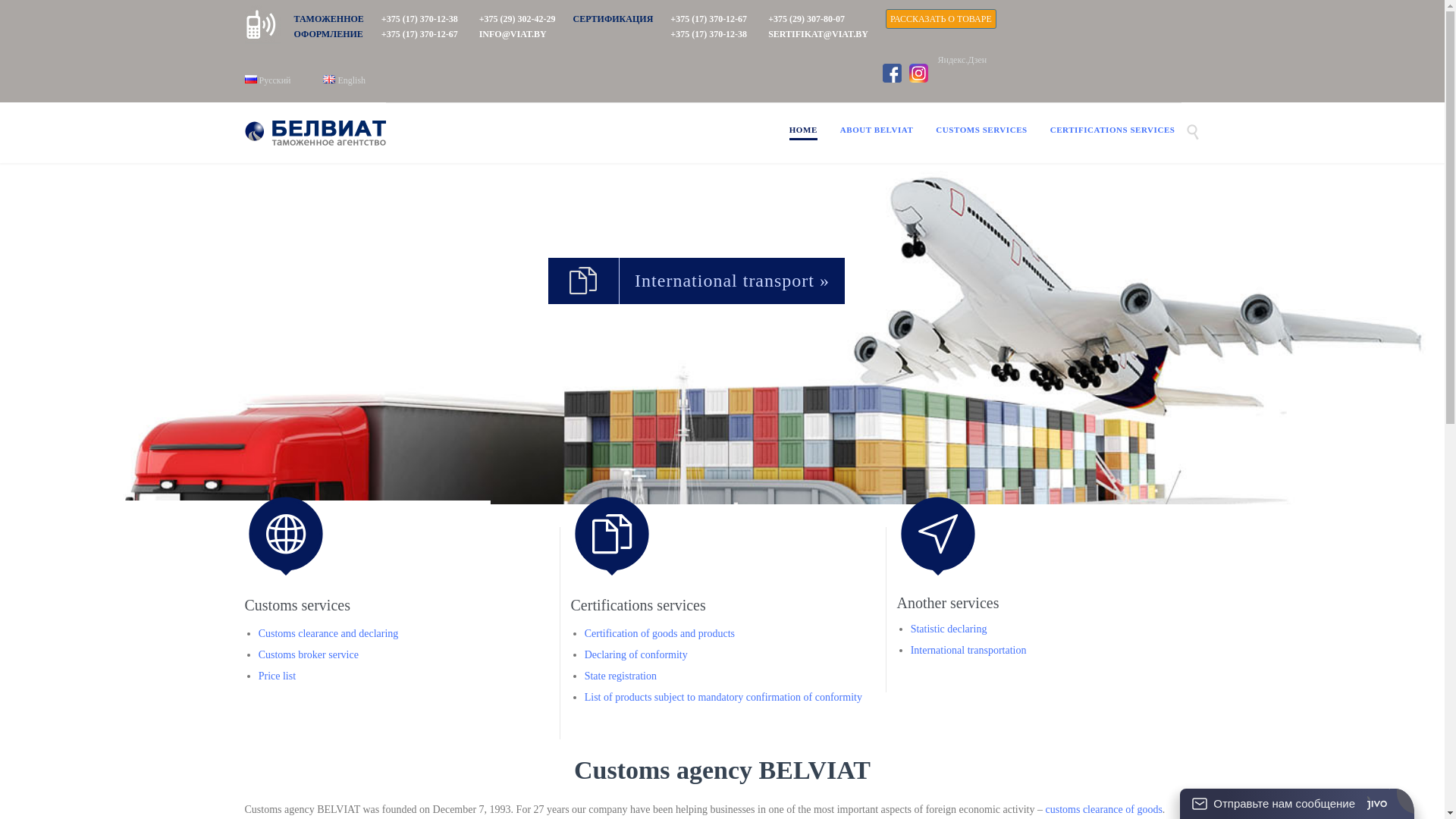  I want to click on 'State registration', so click(584, 675).